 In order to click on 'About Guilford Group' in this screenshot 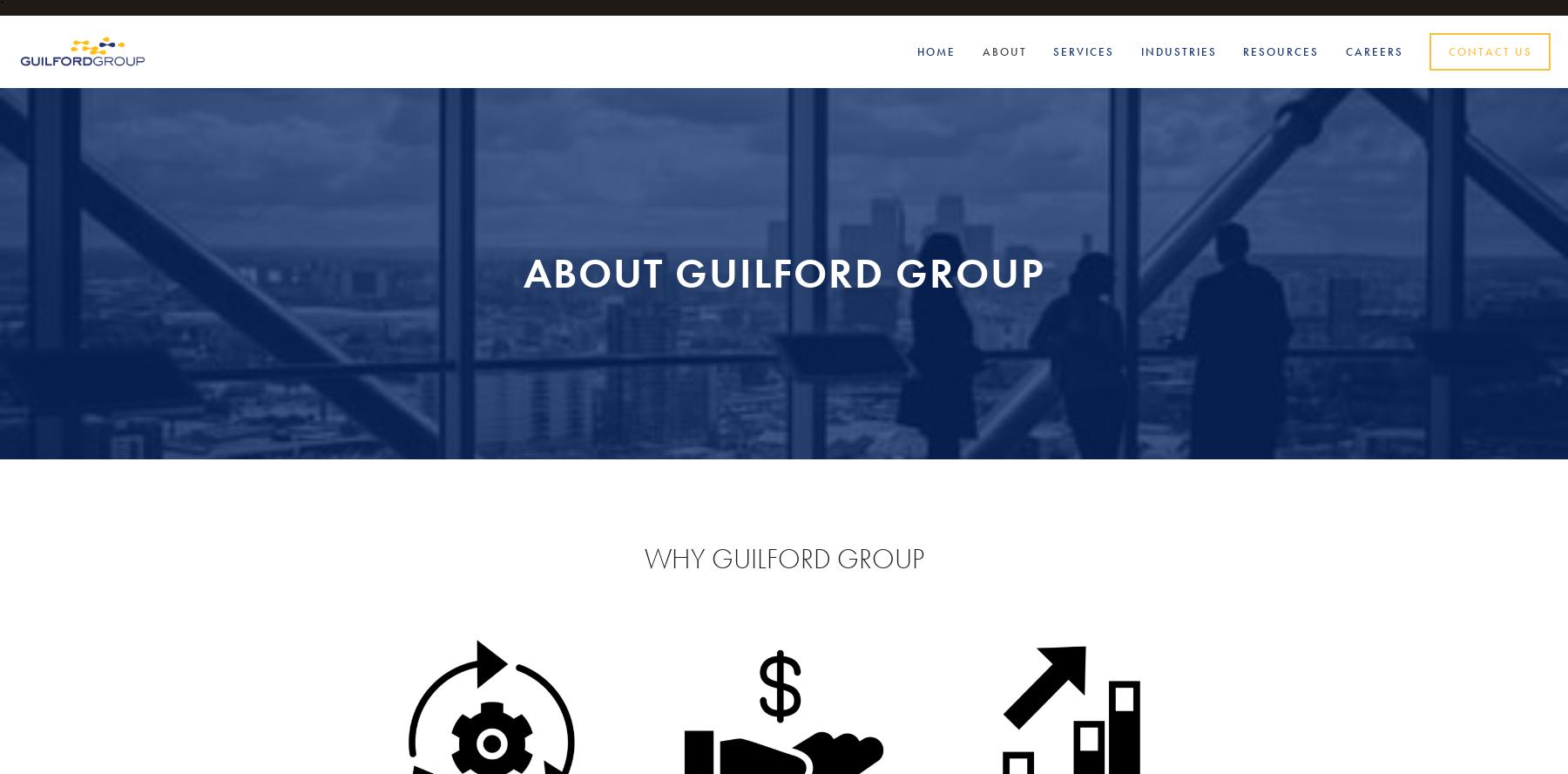, I will do `click(783, 272)`.